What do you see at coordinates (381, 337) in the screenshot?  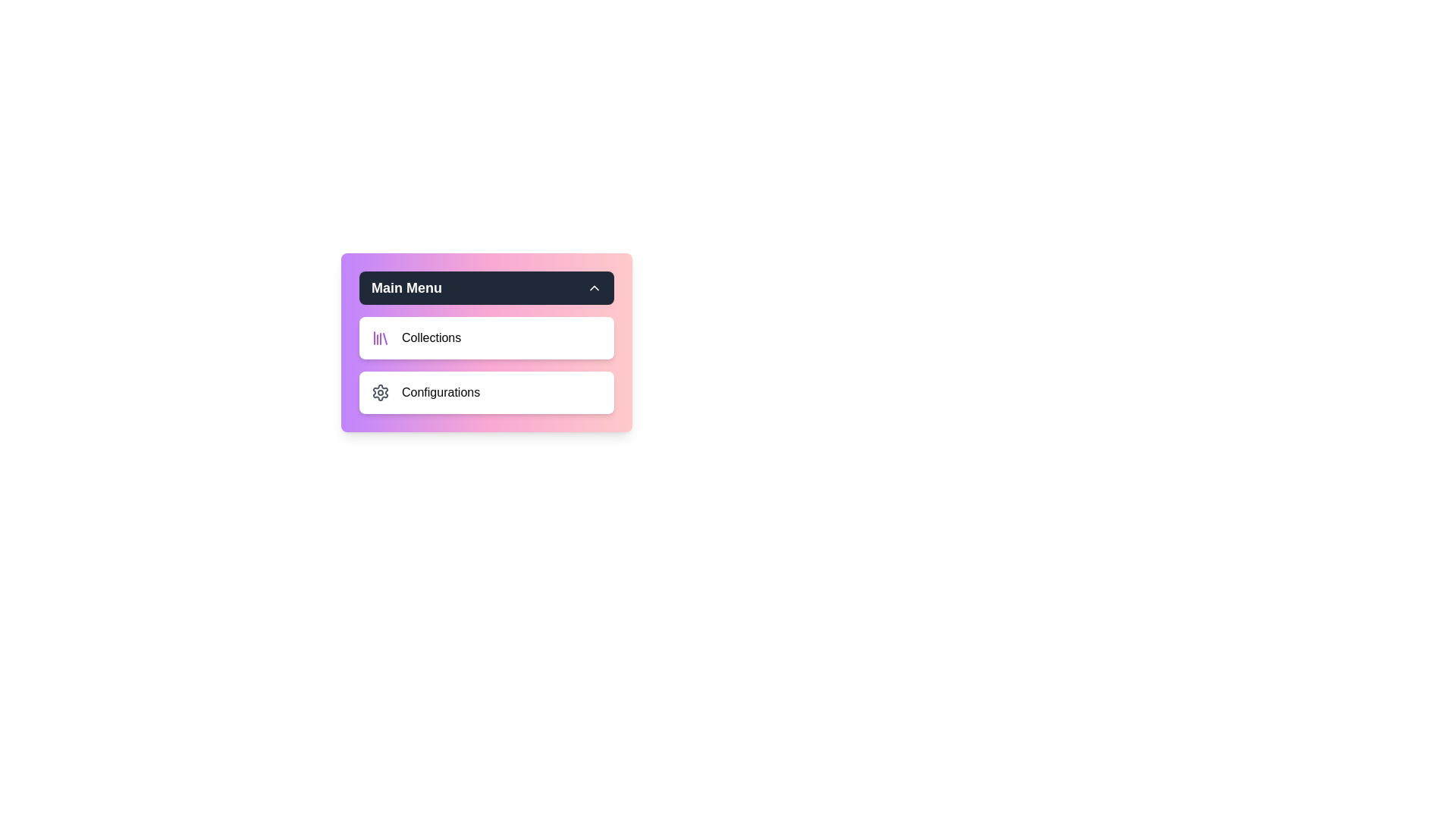 I see `the purple bar graph icon located next to the 'Collections' menu option on the left side` at bounding box center [381, 337].